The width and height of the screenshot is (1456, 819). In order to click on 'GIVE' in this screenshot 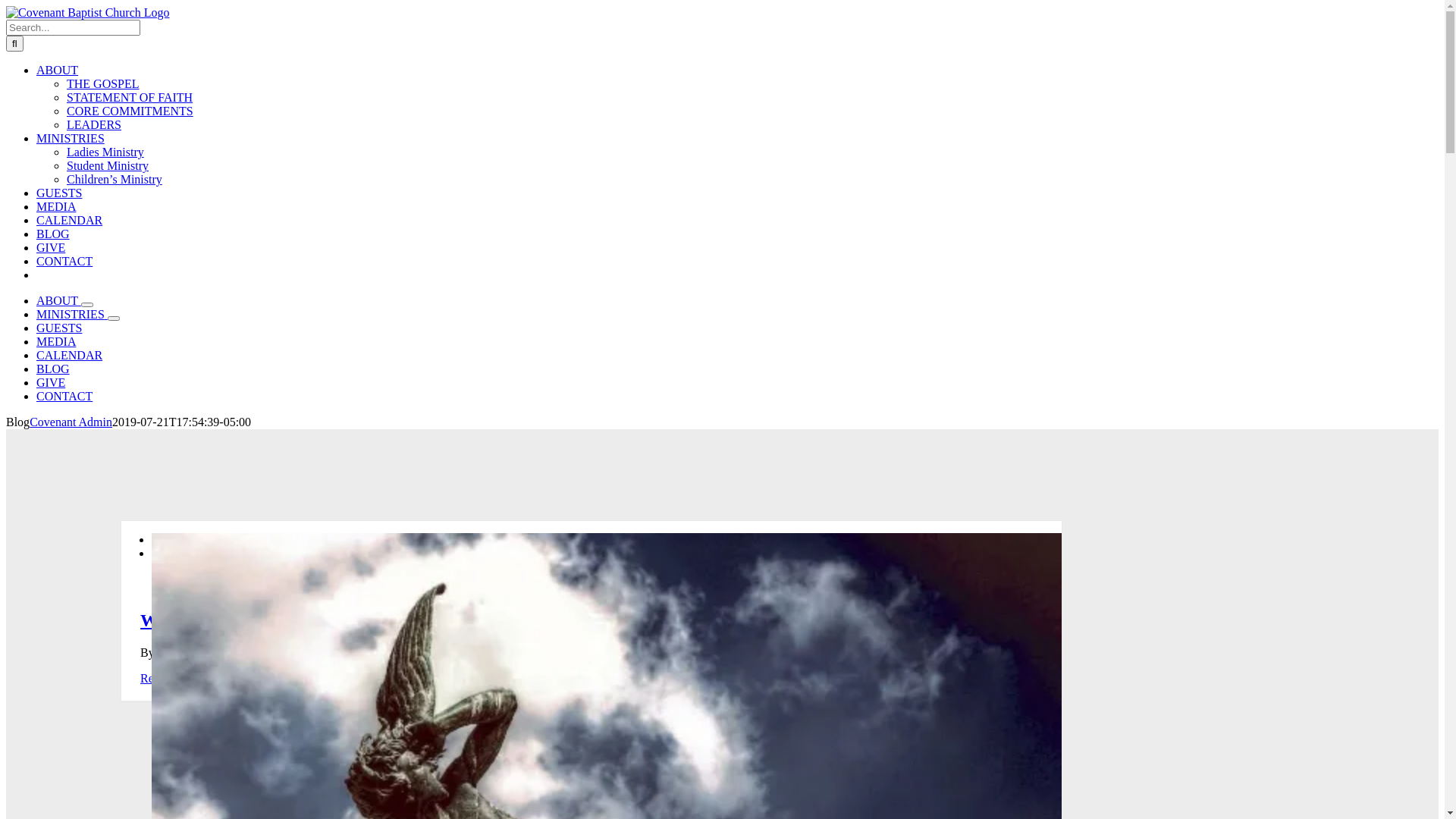, I will do `click(51, 246)`.